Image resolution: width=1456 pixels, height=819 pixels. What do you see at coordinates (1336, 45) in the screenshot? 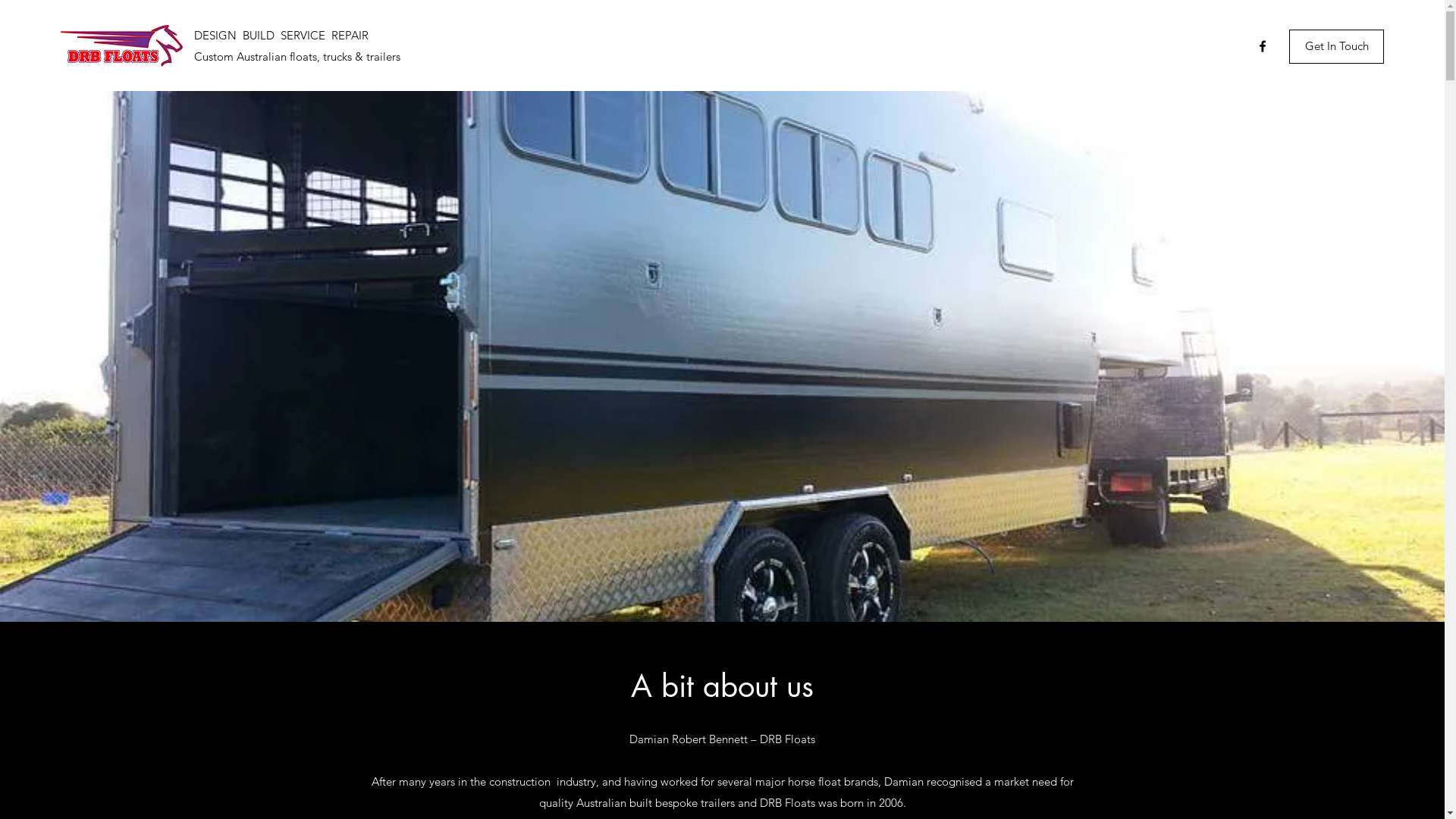
I see `'Get In Touch'` at bounding box center [1336, 45].